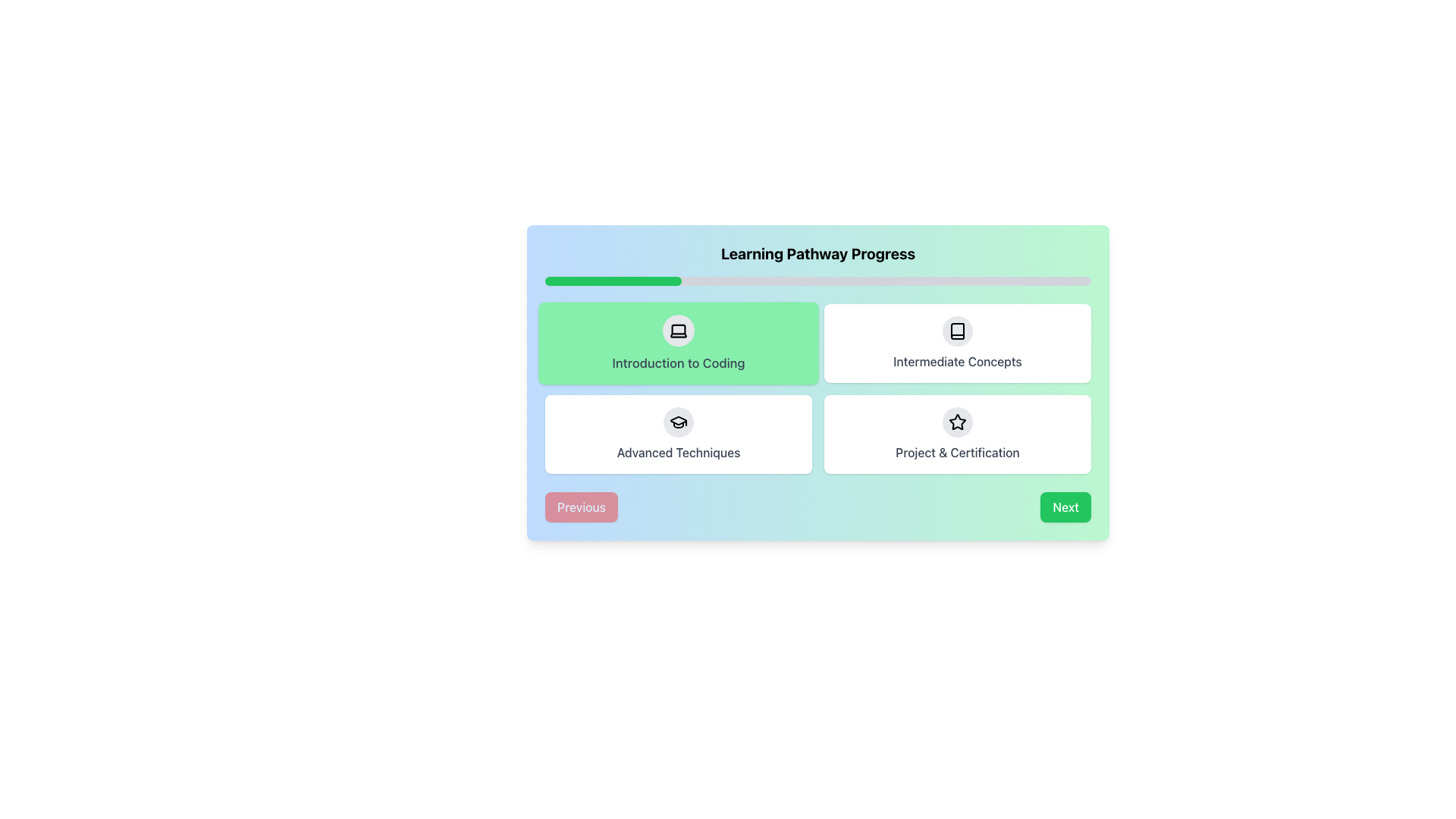 This screenshot has height=819, width=1456. I want to click on progress, so click(811, 281).